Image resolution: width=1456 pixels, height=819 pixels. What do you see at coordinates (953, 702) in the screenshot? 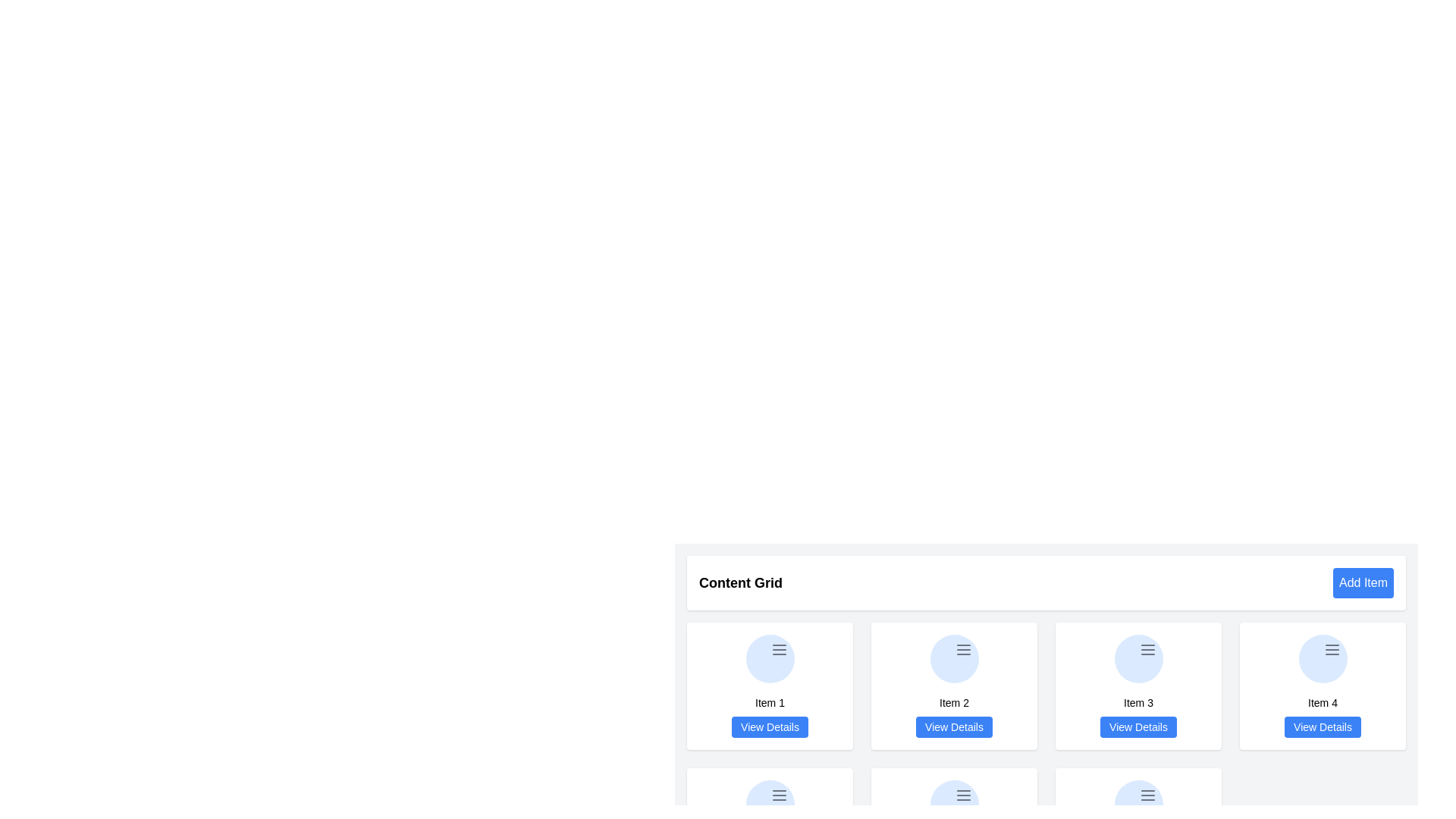
I see `the Text label that identifies the content or item within the associated box, positioned below an icon and above a 'View Details' button in the second box of the horizontally arranged list under 'Content Grid'` at bounding box center [953, 702].